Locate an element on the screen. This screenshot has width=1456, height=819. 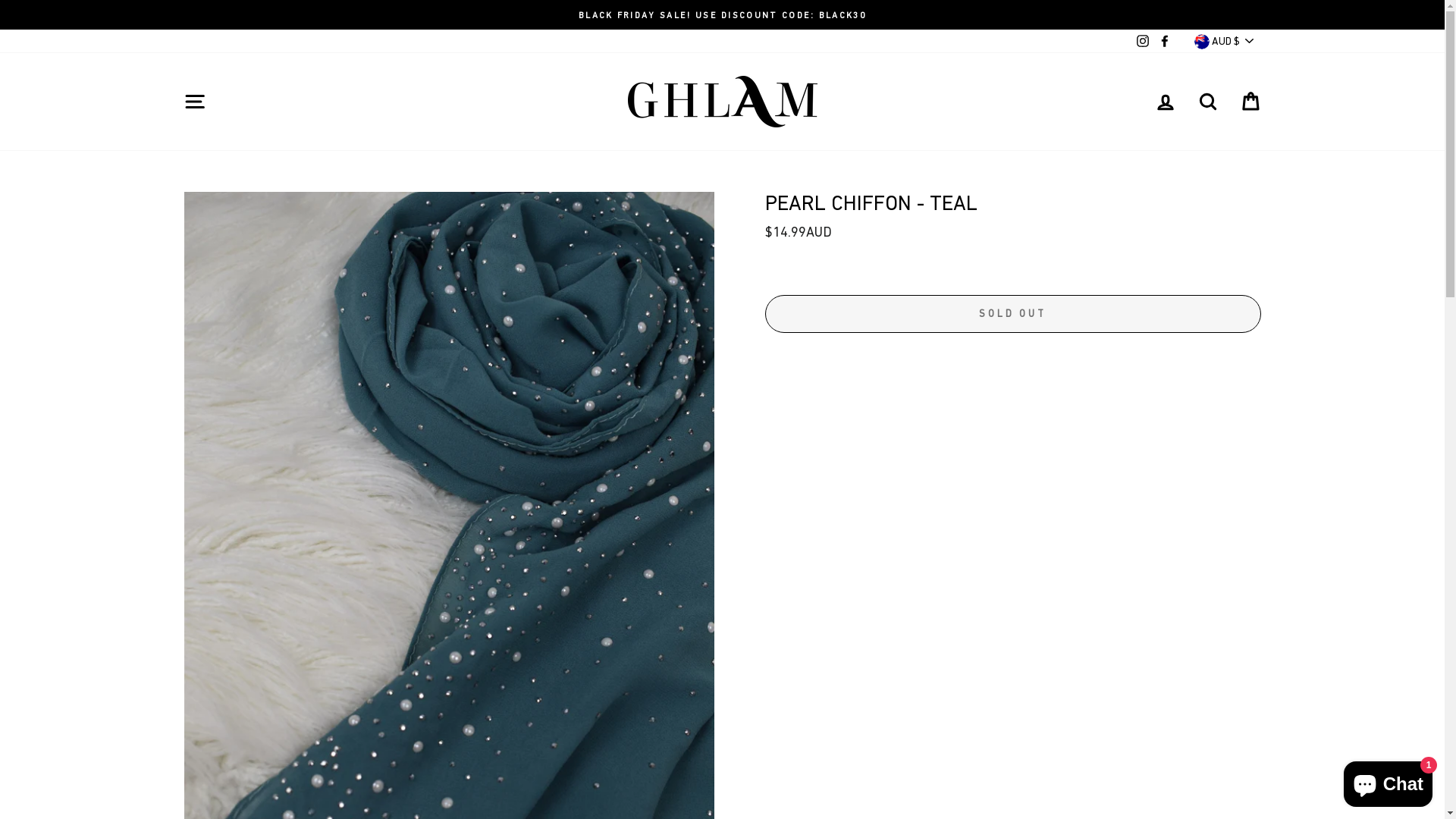
'SEARCH' is located at coordinates (1207, 101).